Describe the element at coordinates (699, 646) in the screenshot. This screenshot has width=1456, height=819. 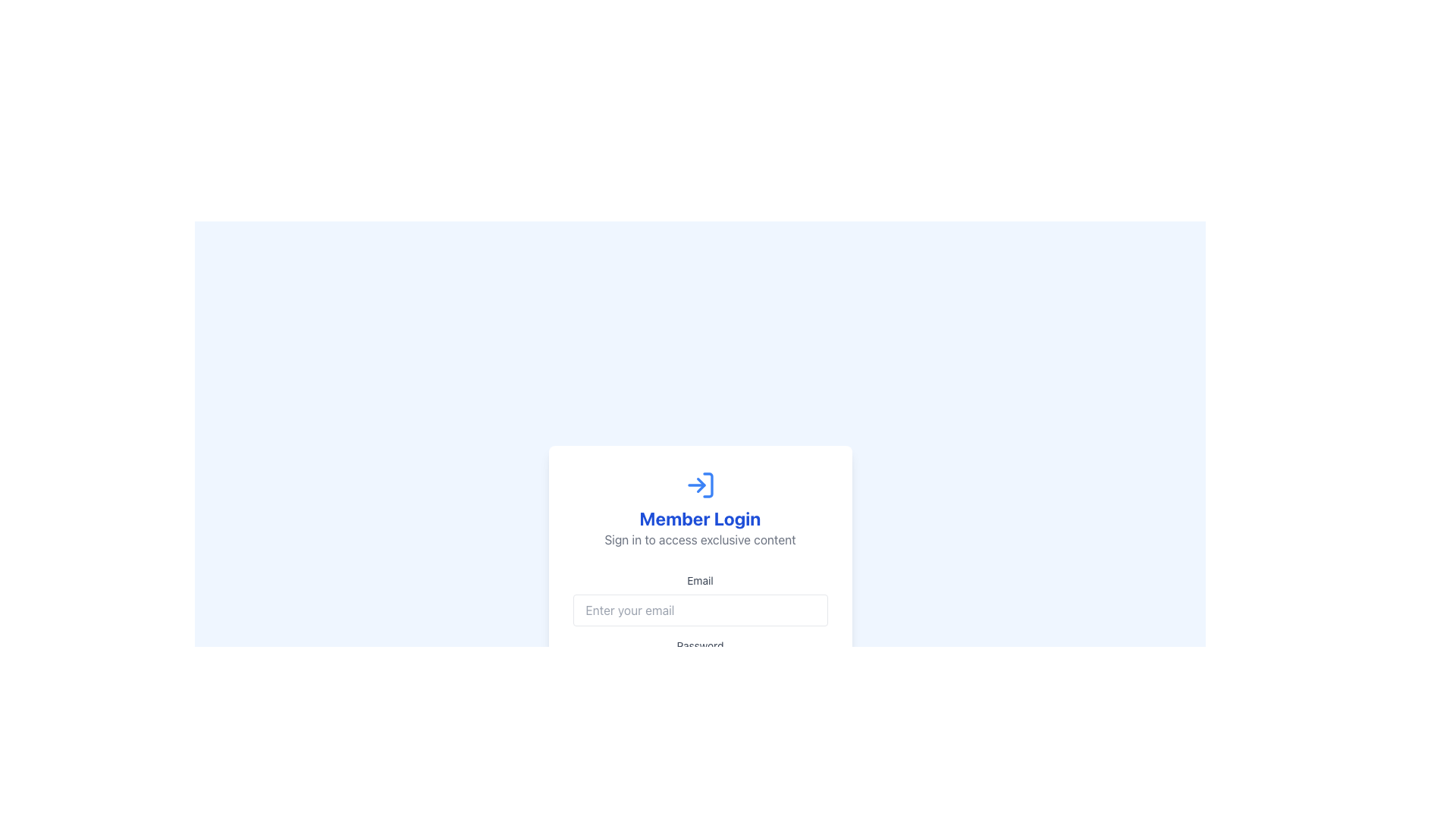
I see `the 'Password' label, which is a small gray text element located above the password input field in the form layout` at that location.